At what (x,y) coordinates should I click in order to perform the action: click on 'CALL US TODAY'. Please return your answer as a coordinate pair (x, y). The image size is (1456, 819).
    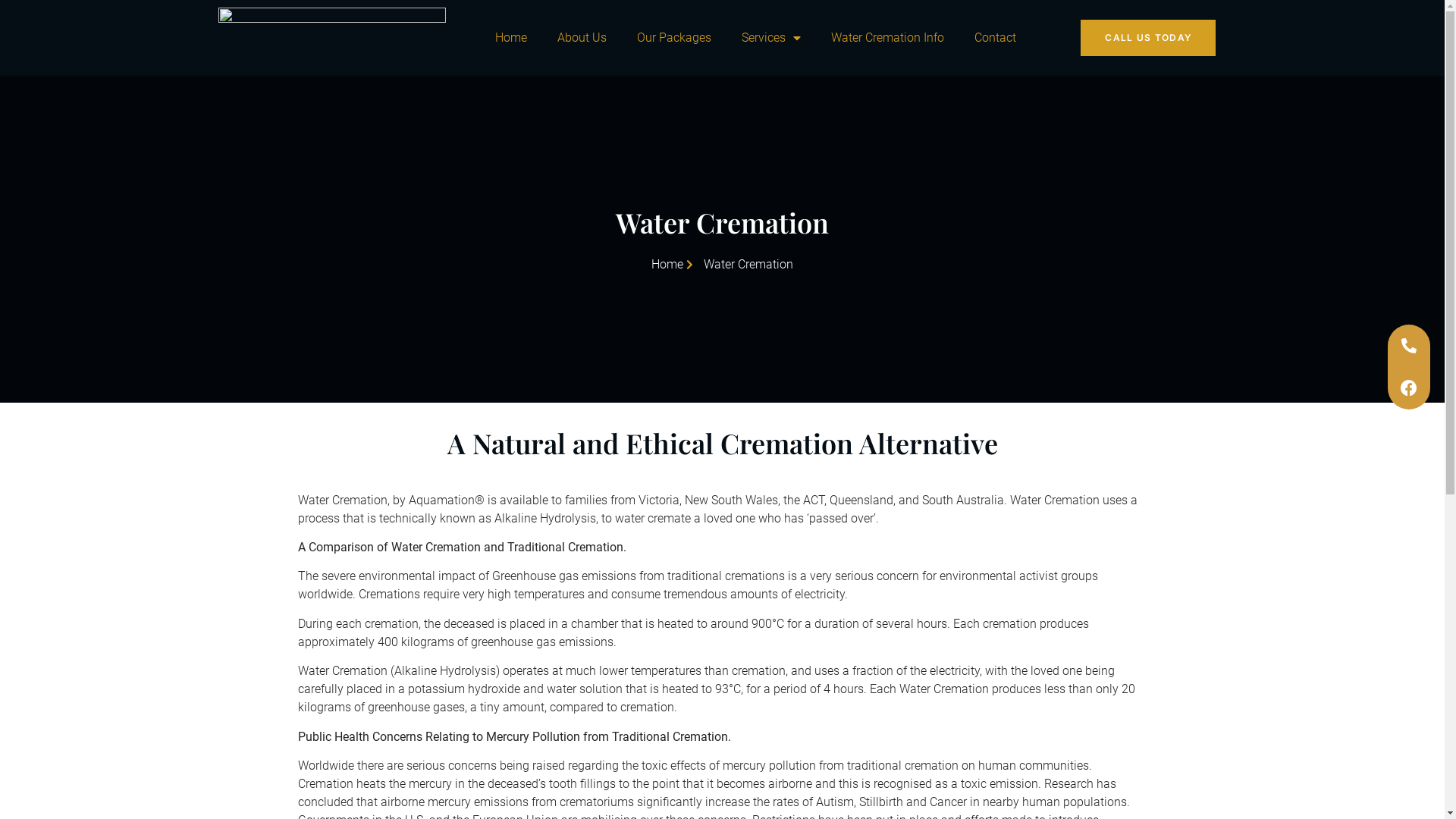
    Looking at the image, I should click on (1147, 37).